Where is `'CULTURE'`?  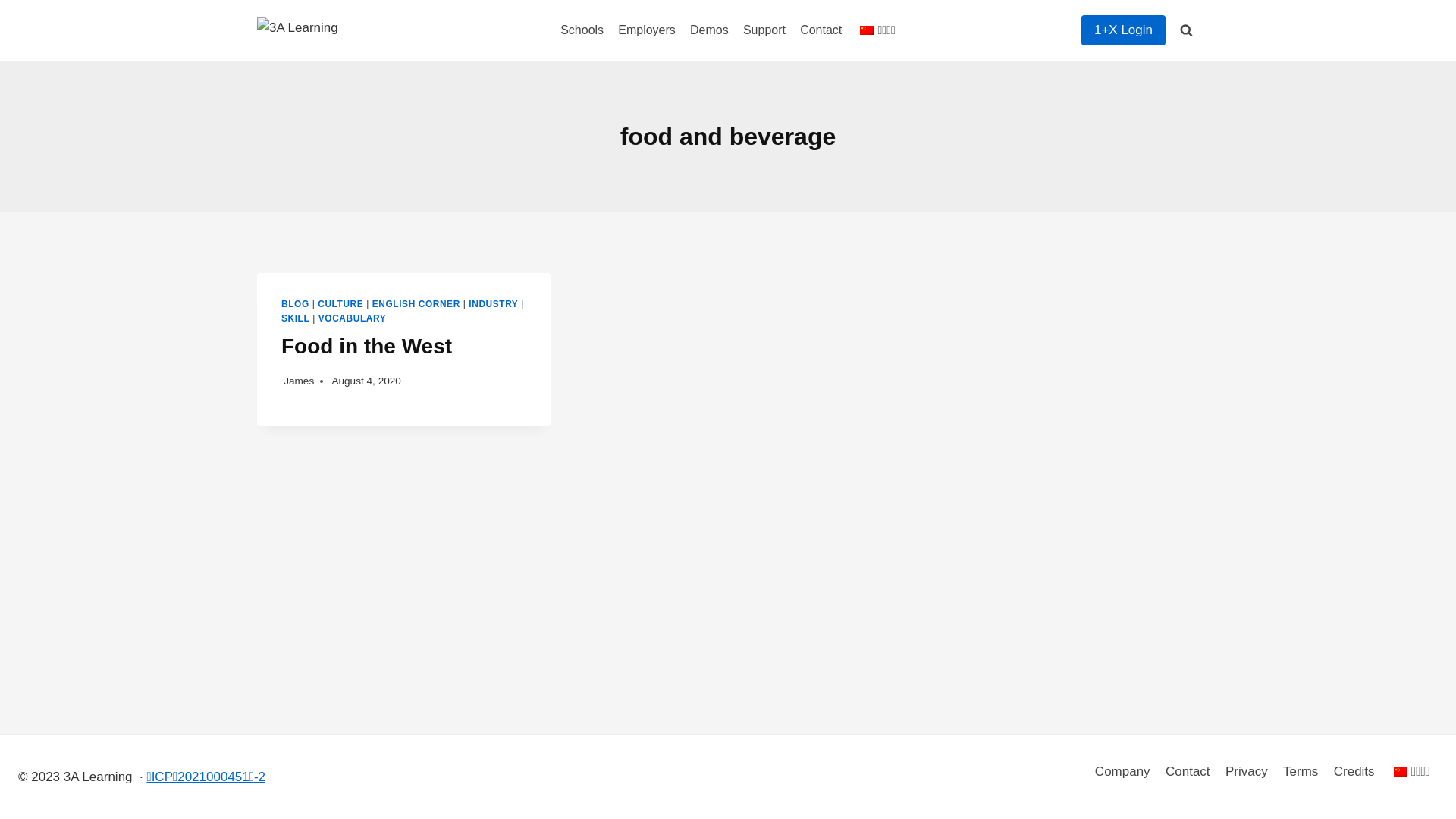 'CULTURE' is located at coordinates (340, 304).